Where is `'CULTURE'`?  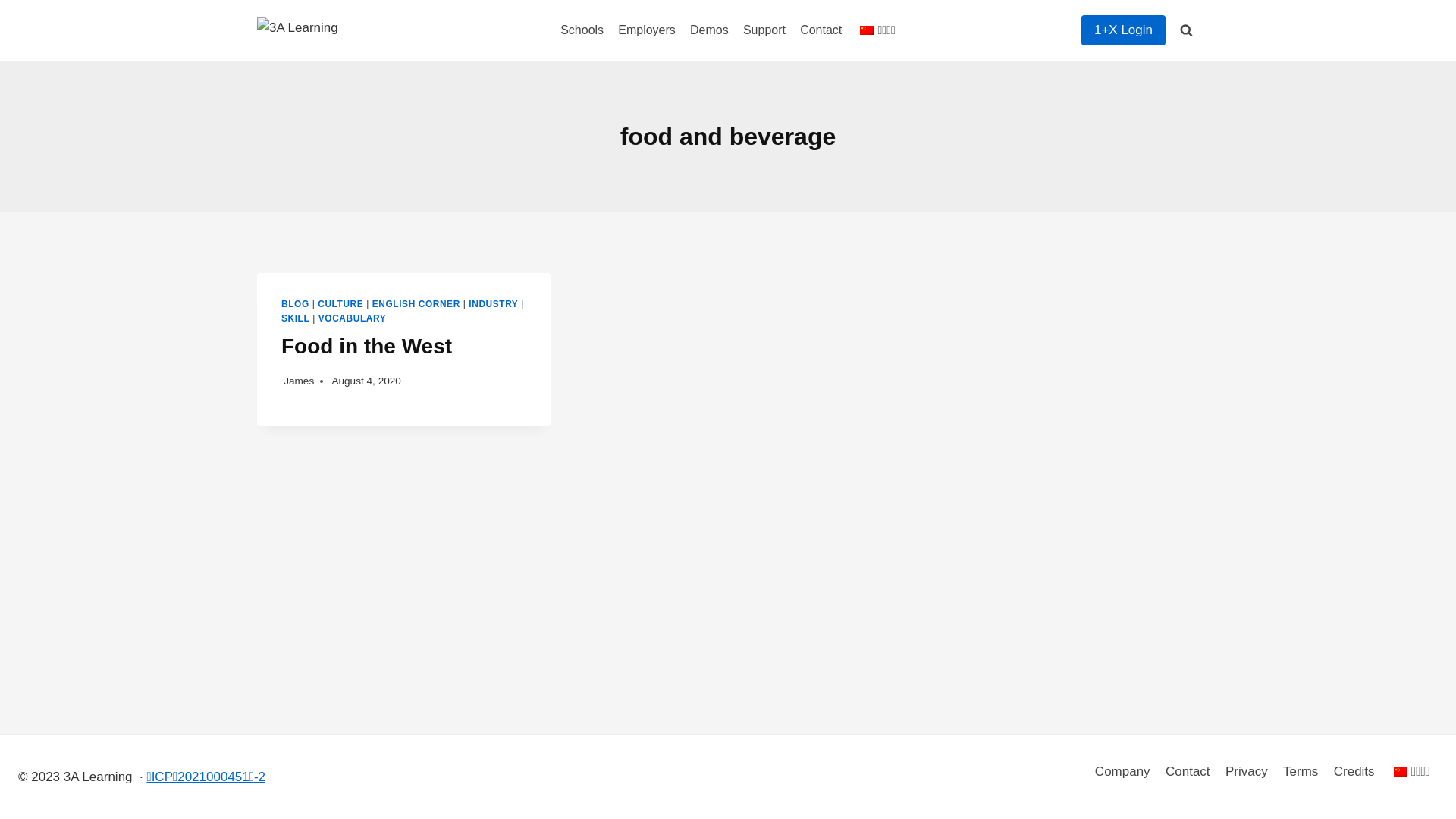 'CULTURE' is located at coordinates (340, 304).